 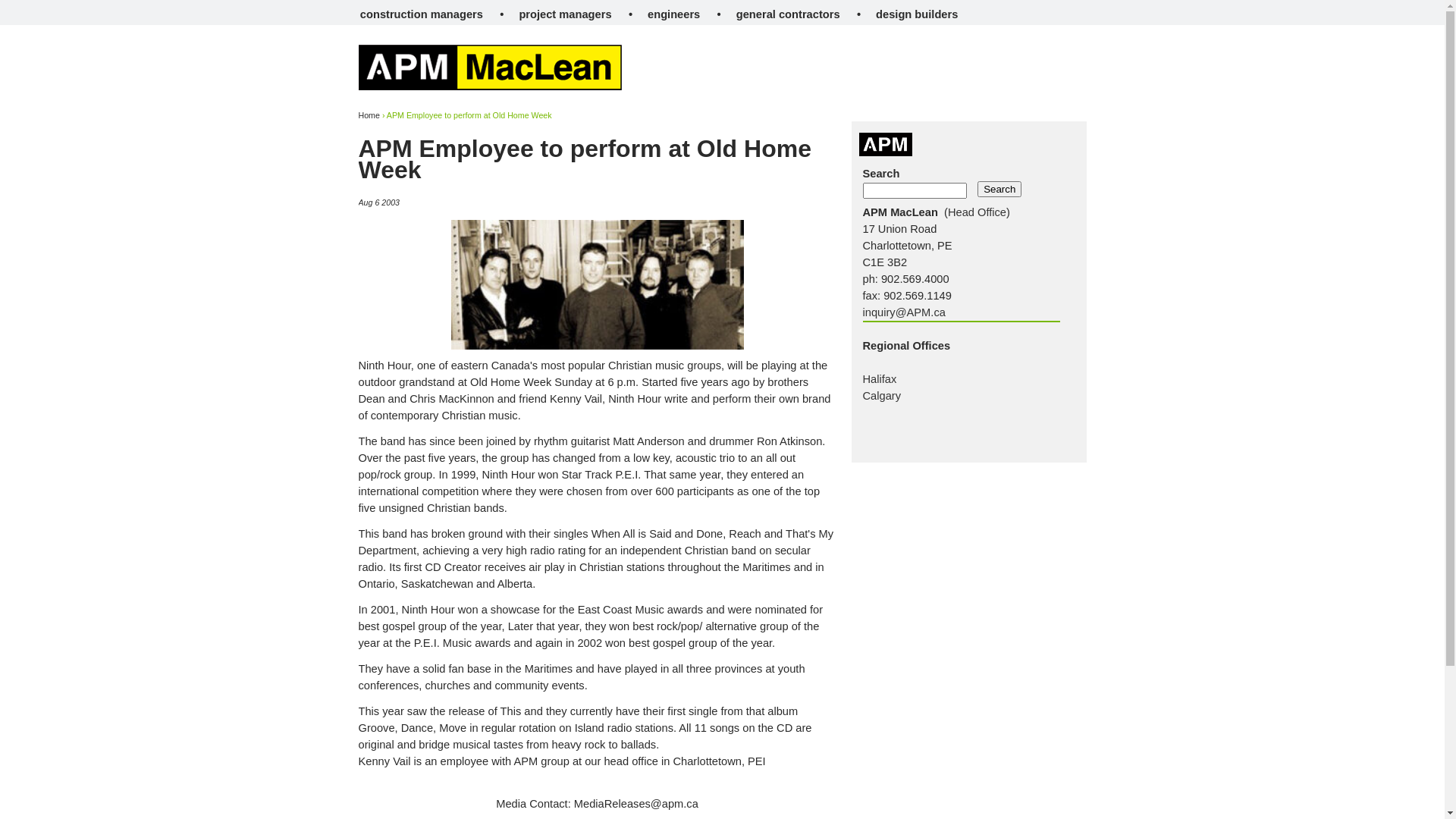 What do you see at coordinates (916, 14) in the screenshot?
I see `'design builders'` at bounding box center [916, 14].